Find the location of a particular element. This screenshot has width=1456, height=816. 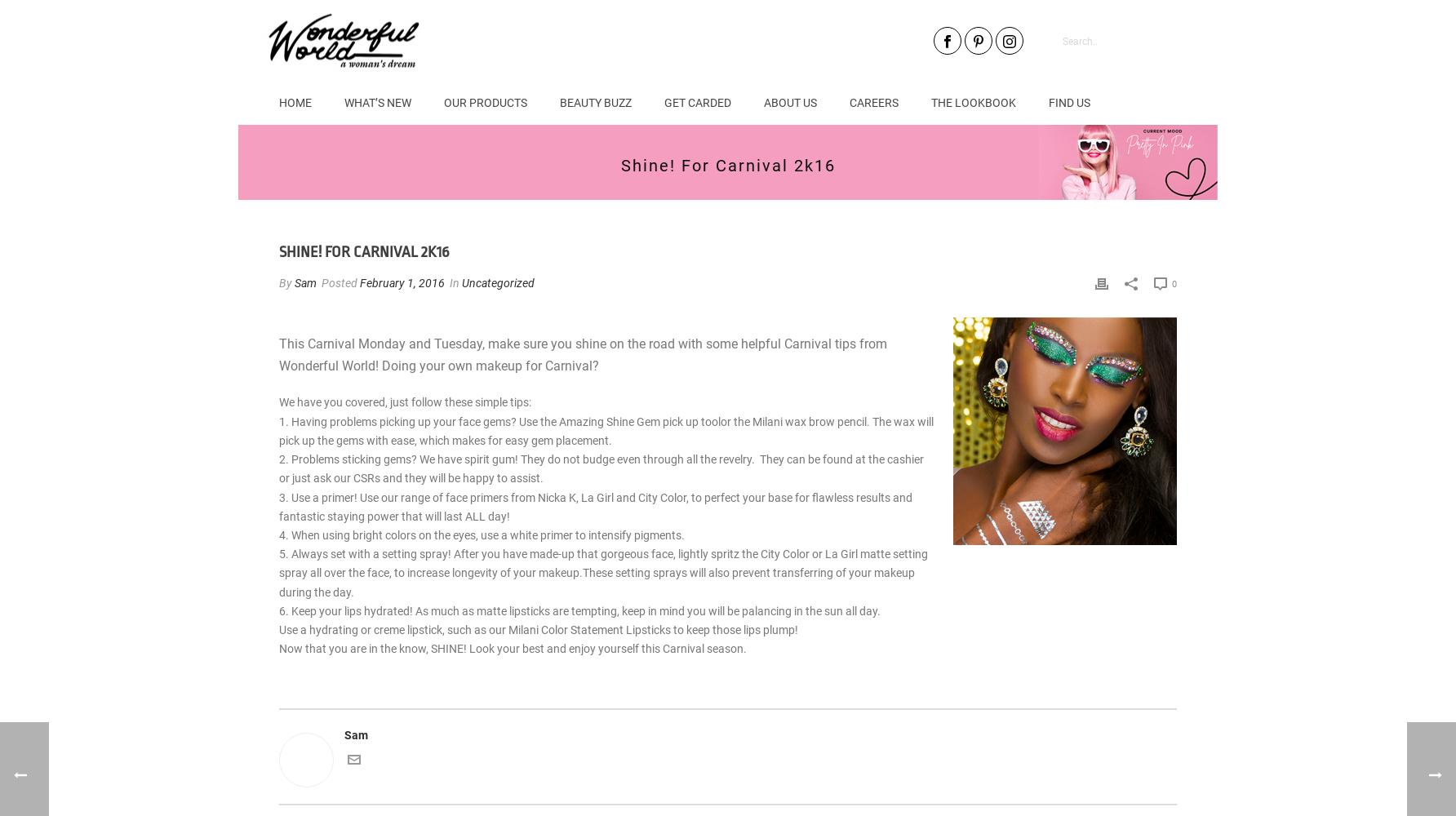

'6. Keep your lips hydrated! As much as matte lipsticks are tempting, keep in mind you will be palancing in the sun all day.' is located at coordinates (579, 610).